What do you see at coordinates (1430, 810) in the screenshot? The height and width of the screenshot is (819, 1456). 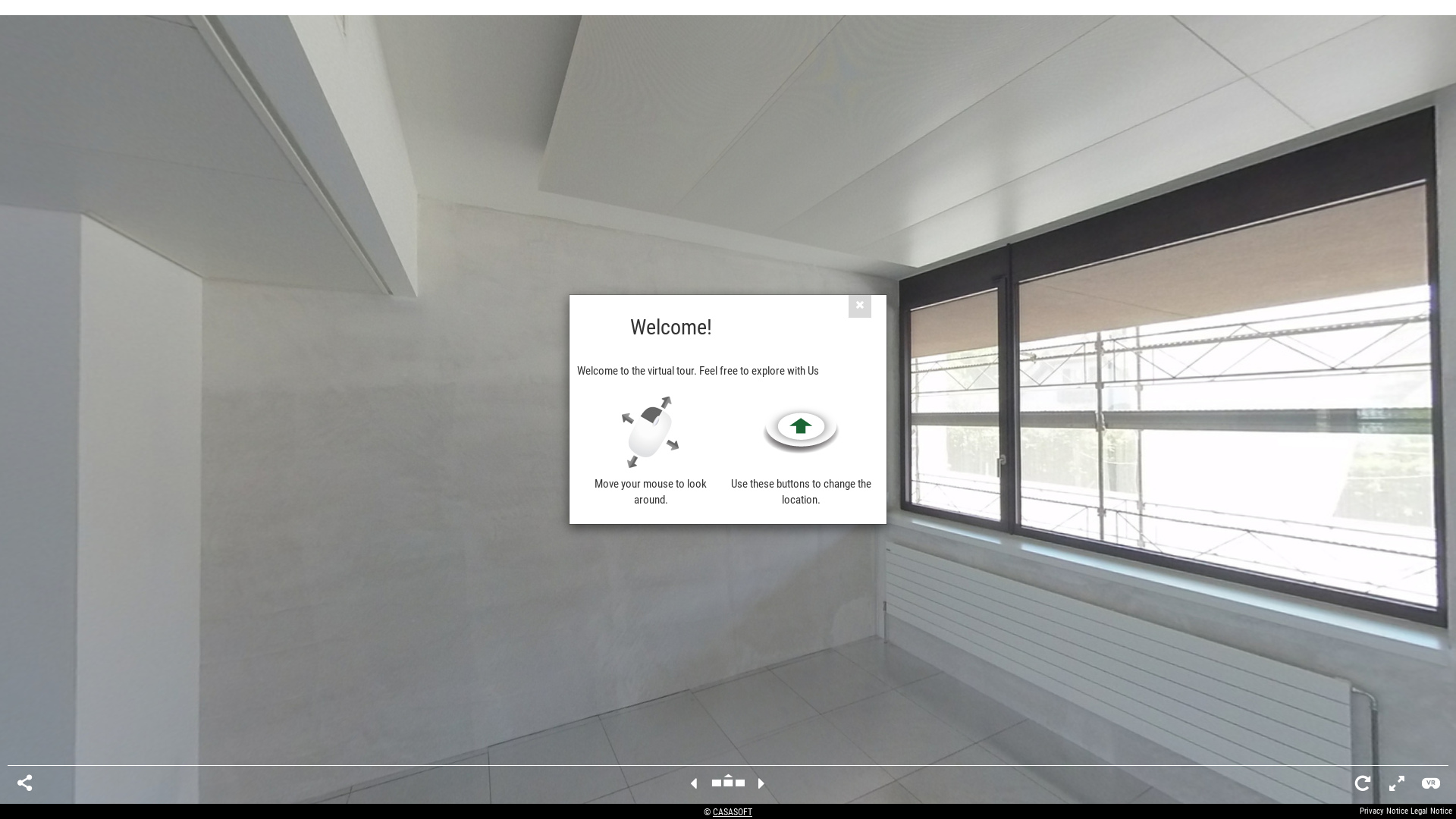 I see `'Legal Notice'` at bounding box center [1430, 810].